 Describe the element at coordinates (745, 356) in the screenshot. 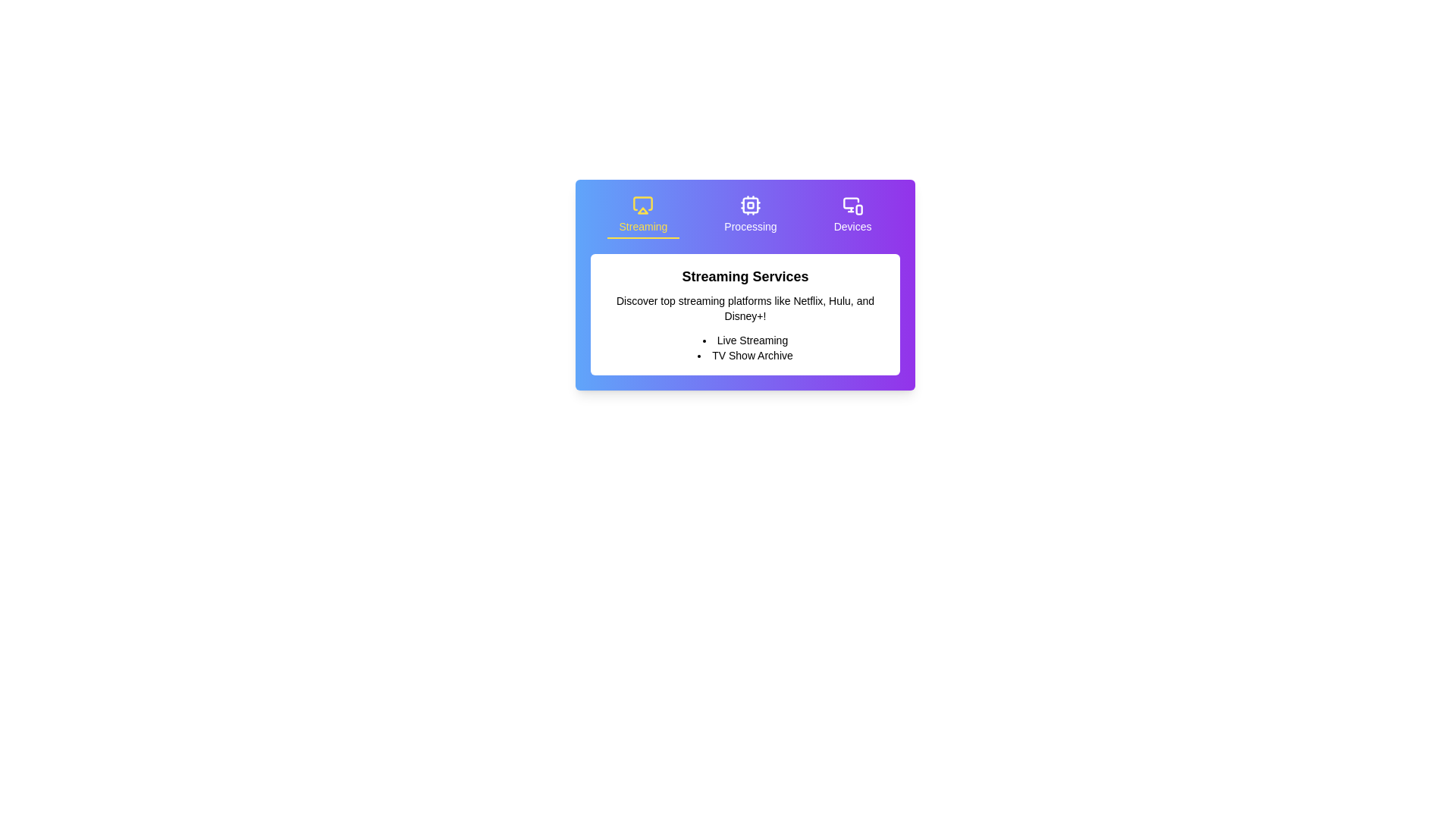

I see `the text item labeled 'TV Show Archive' in the 'Streaming Services' section` at that location.